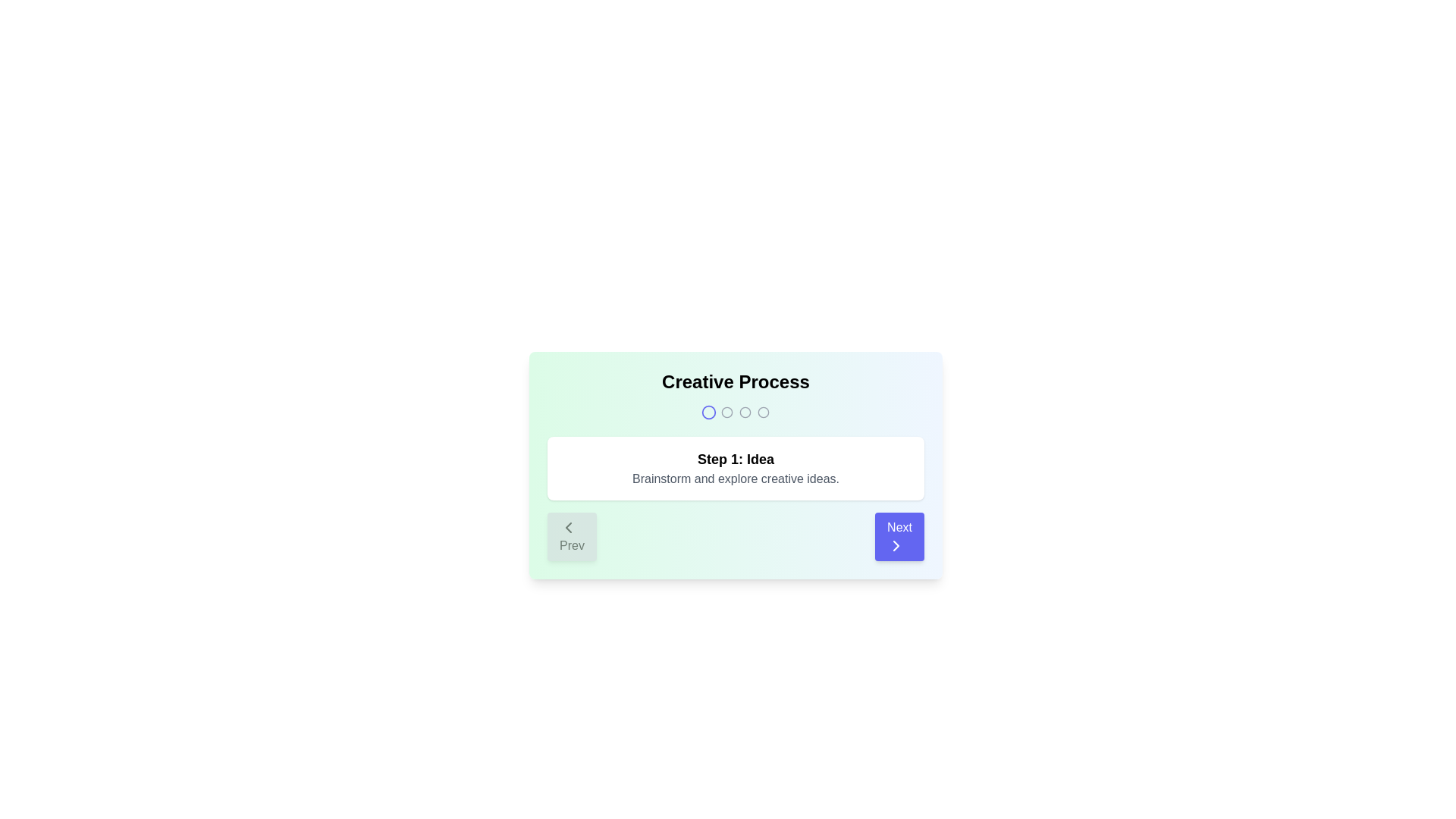  Describe the element at coordinates (899, 536) in the screenshot. I see `'Next' button to navigate to the next step in the JourneyStepper component` at that location.